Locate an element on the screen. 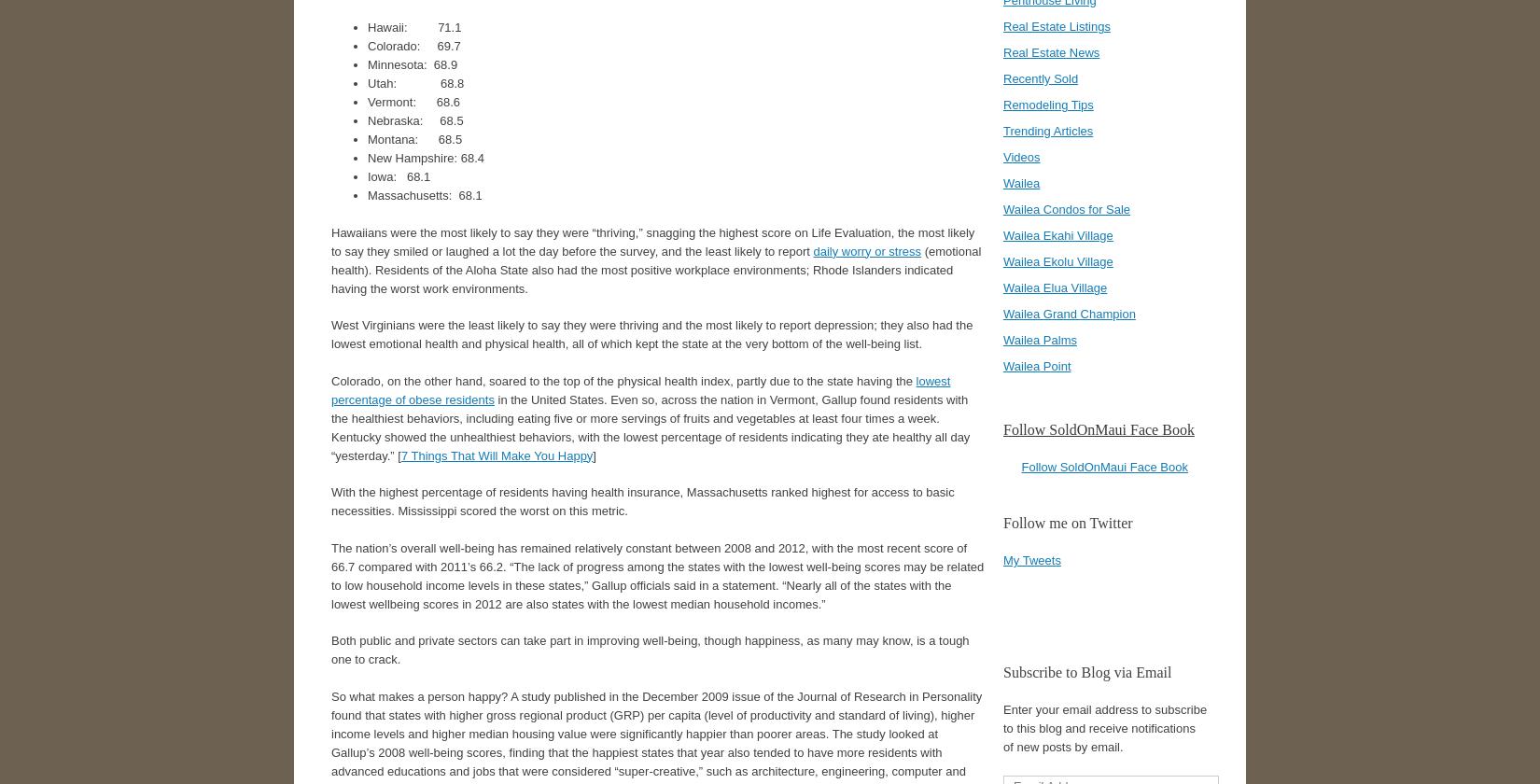 The height and width of the screenshot is (784, 1540). 'The nation’s overall well-being has remained relatively constant between 2008 and 2012, with the most recent score of 66.7 compared with 2011’s 66.2. “The lack of progress among the states with the lowest well-being scores may be related to low household income levels in these states,” Gallup officials said in a statement. “Nearly all of the states with the lowest wellbeing scores in 2012 are also states with the lowest median household incomes.”' is located at coordinates (656, 575).